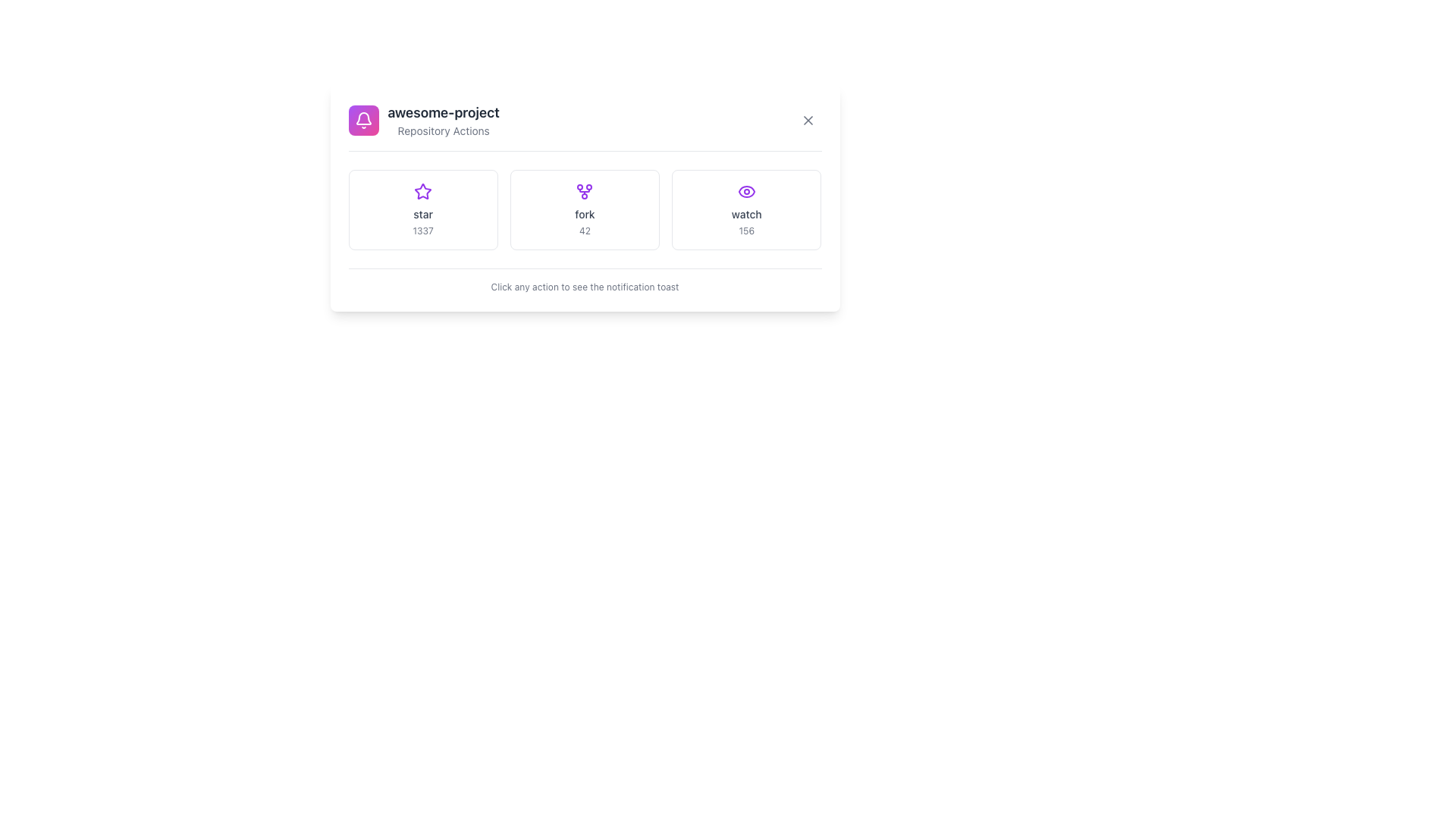 This screenshot has height=819, width=1456. Describe the element at coordinates (584, 214) in the screenshot. I see `text label located below the forking diagram icon in the central interactive card, which provides context for the associated functionality` at that location.